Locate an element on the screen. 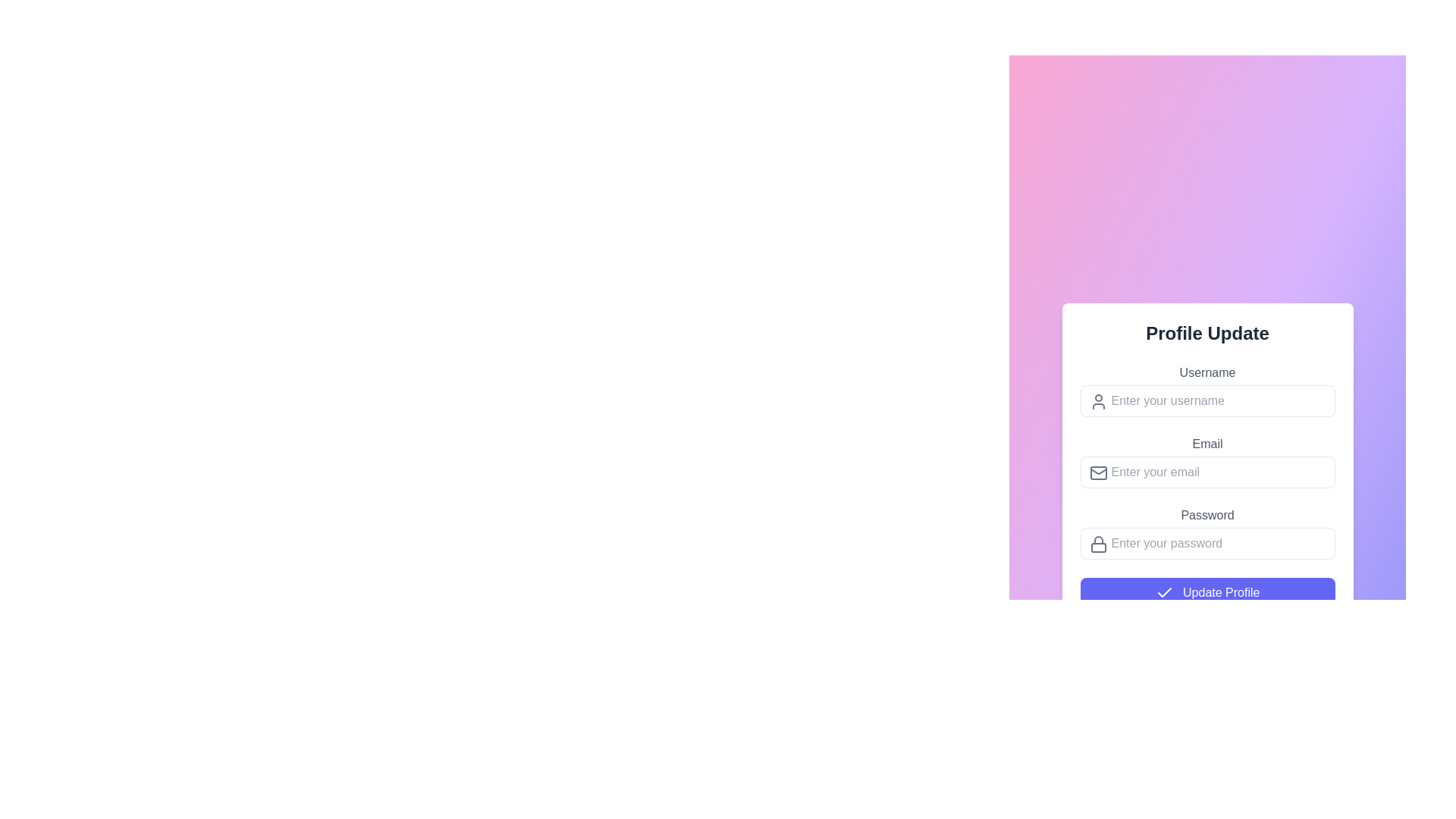  the 'Username' text input field is located at coordinates (1207, 400).